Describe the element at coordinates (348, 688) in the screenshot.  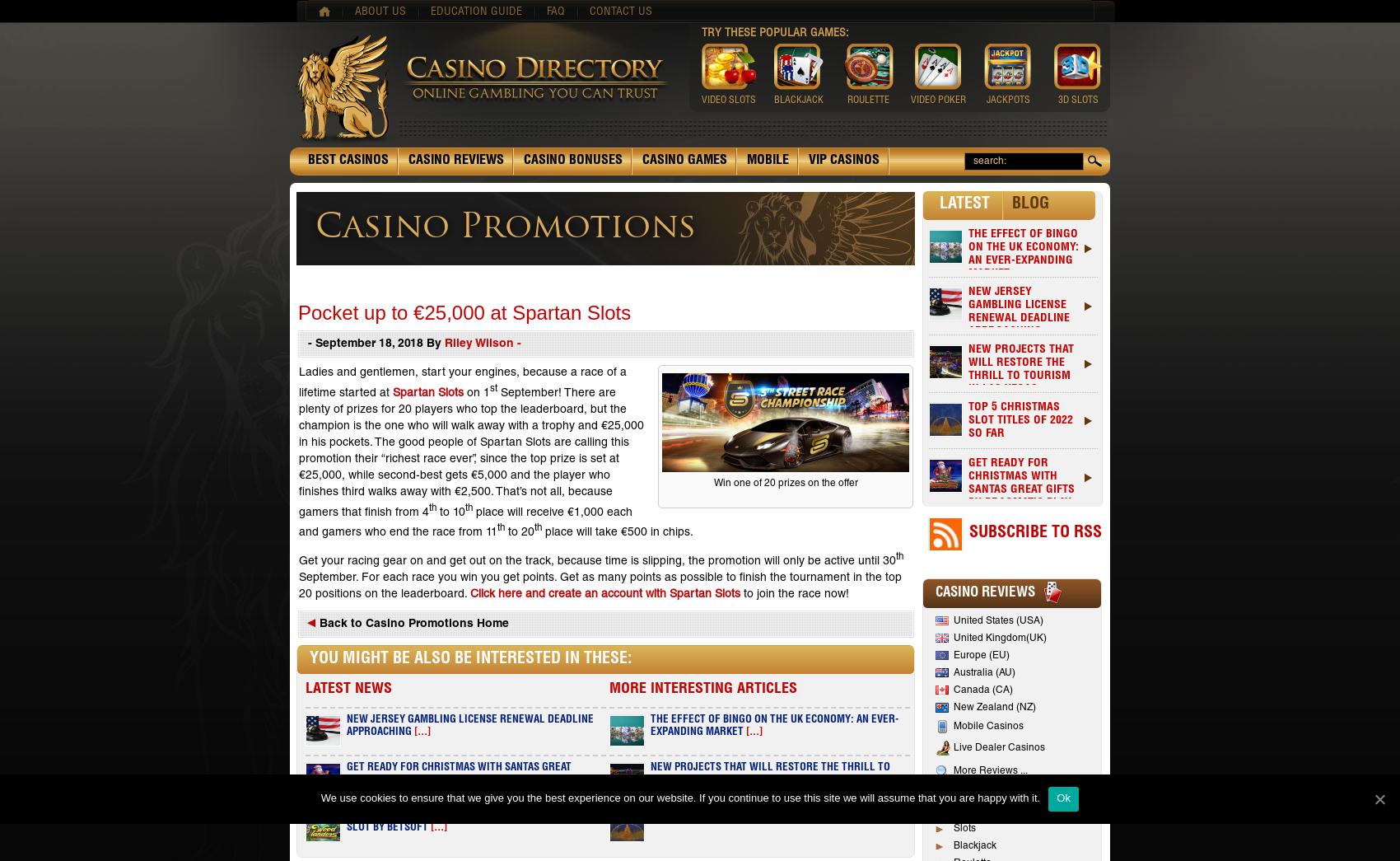
I see `'LATEST NEWS'` at that location.